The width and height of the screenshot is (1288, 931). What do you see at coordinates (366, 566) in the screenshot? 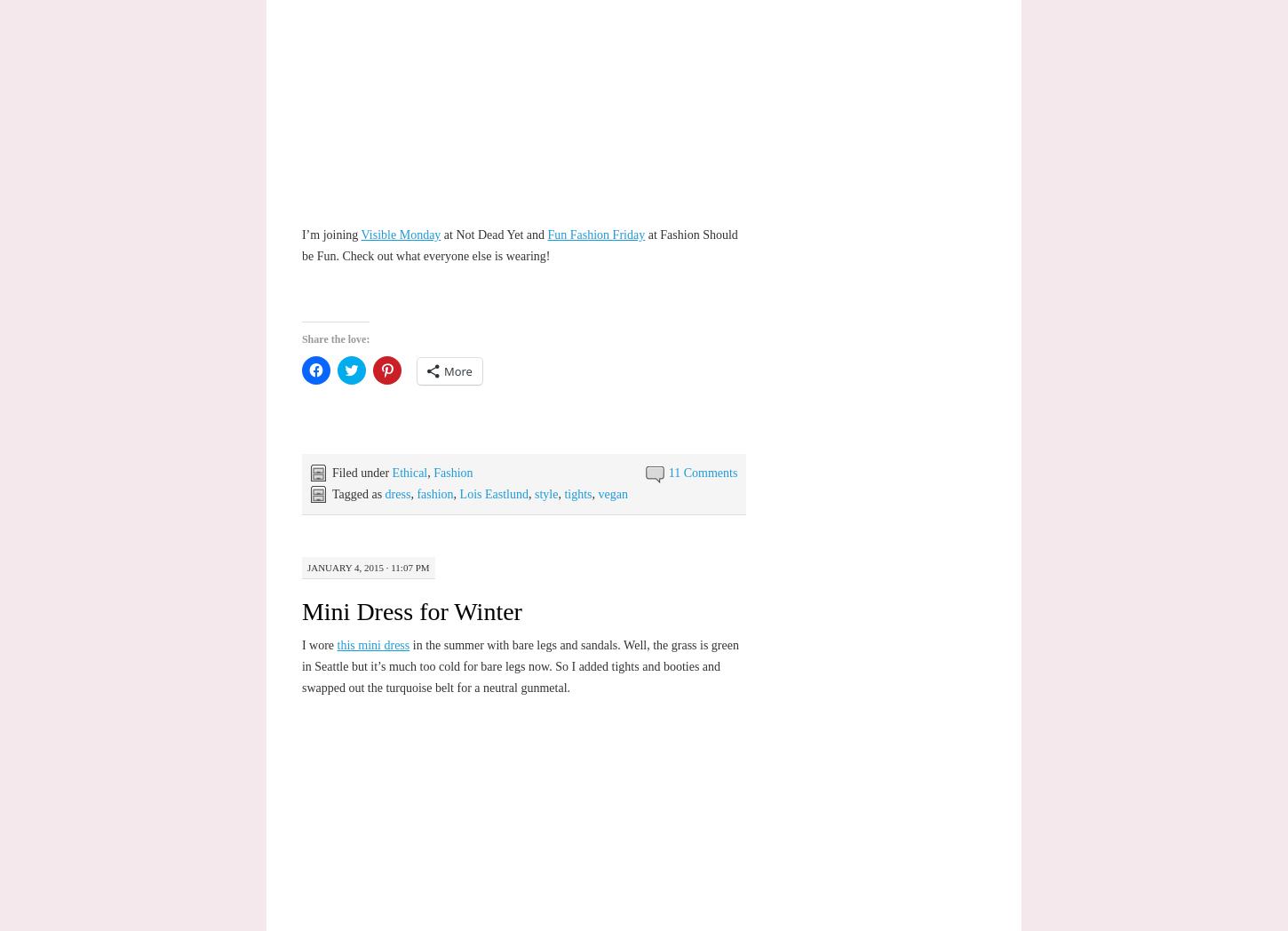
I see `'January 4, 2015 · 11:07 pm'` at bounding box center [366, 566].